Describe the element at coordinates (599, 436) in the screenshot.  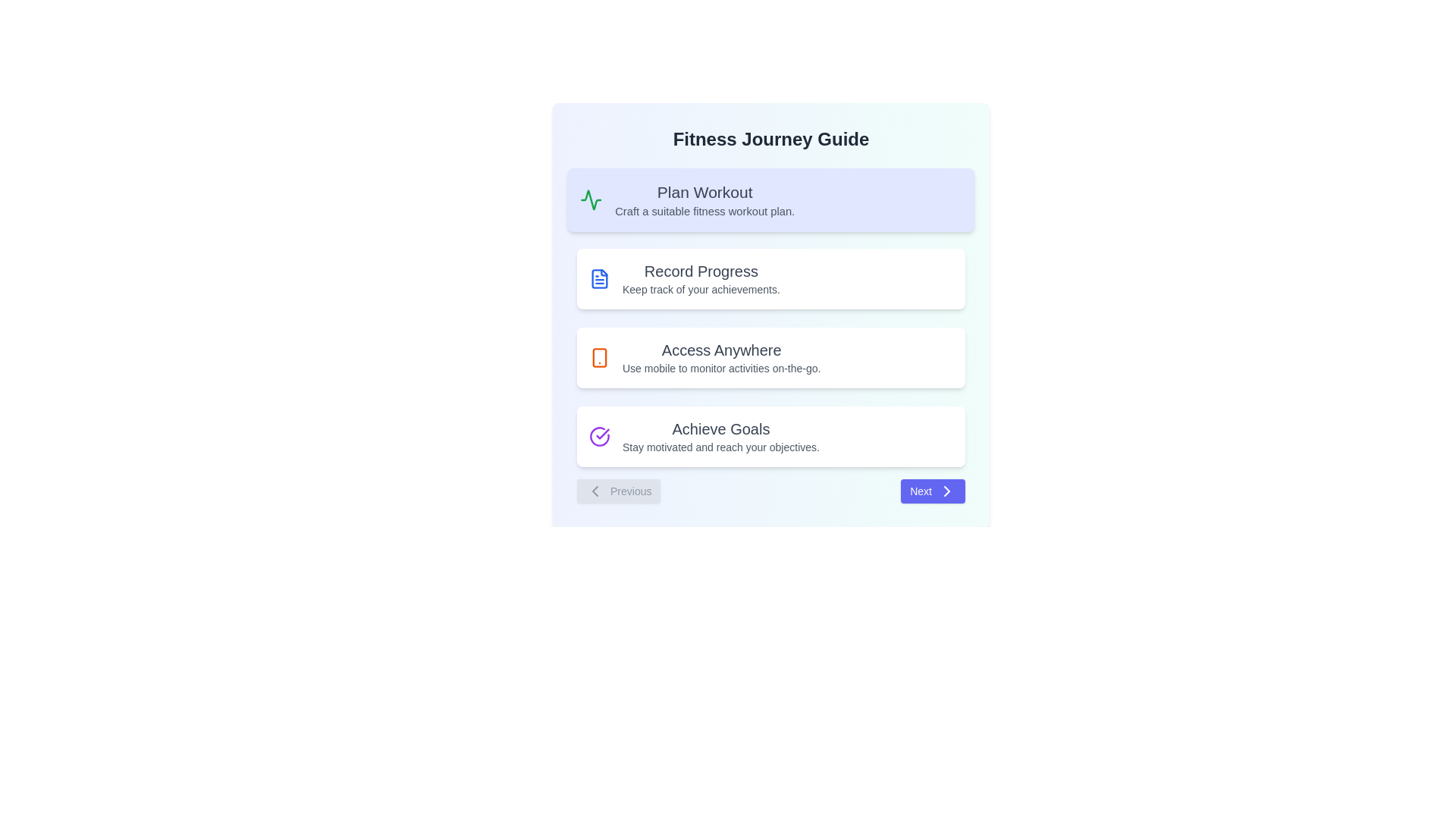
I see `the Decorative icon located to the left of the 'Achieve Goals' text in the fourth section of the vertically stacked list` at that location.